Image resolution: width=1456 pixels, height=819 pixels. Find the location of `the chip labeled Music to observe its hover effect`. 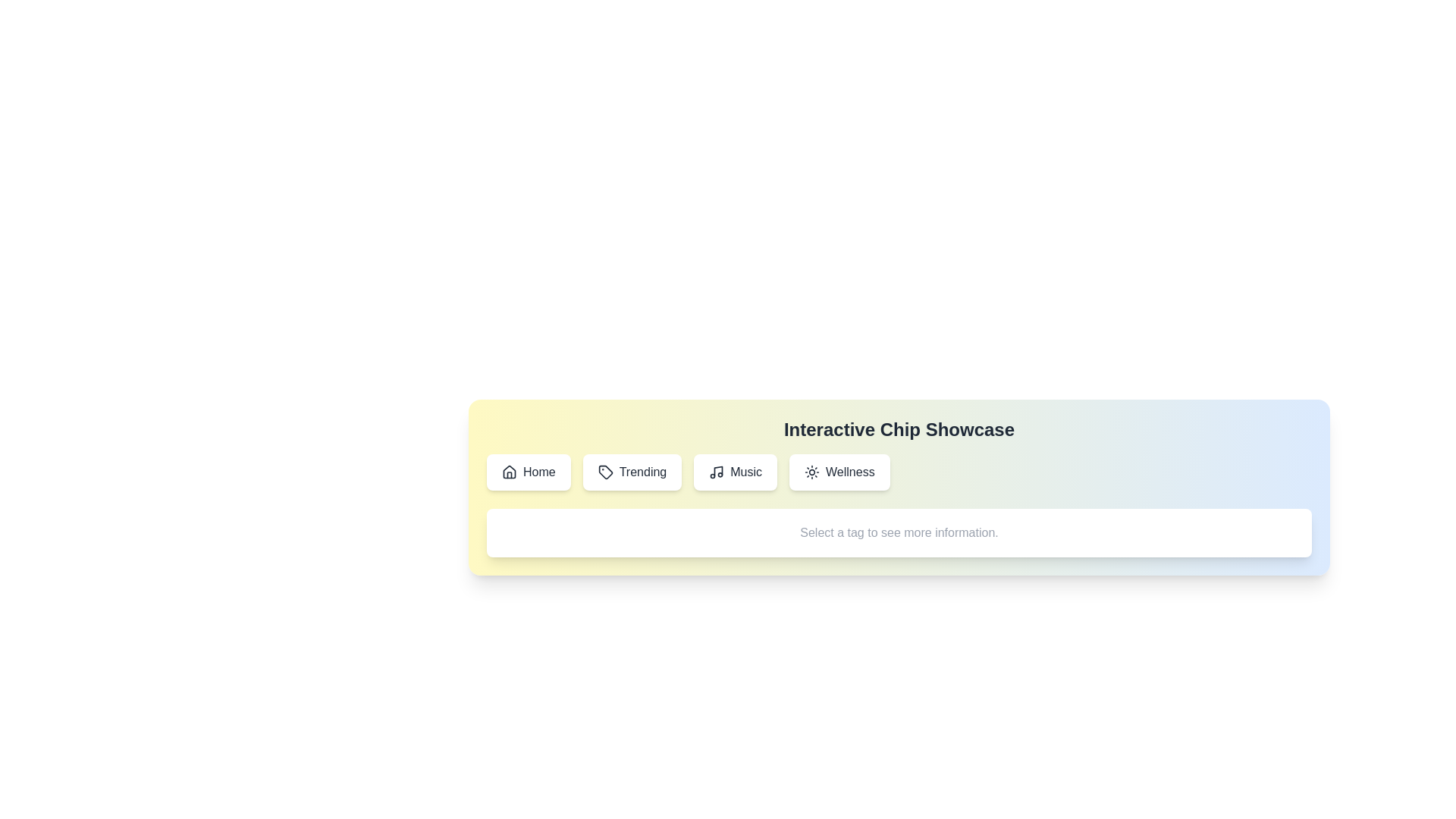

the chip labeled Music to observe its hover effect is located at coordinates (736, 472).